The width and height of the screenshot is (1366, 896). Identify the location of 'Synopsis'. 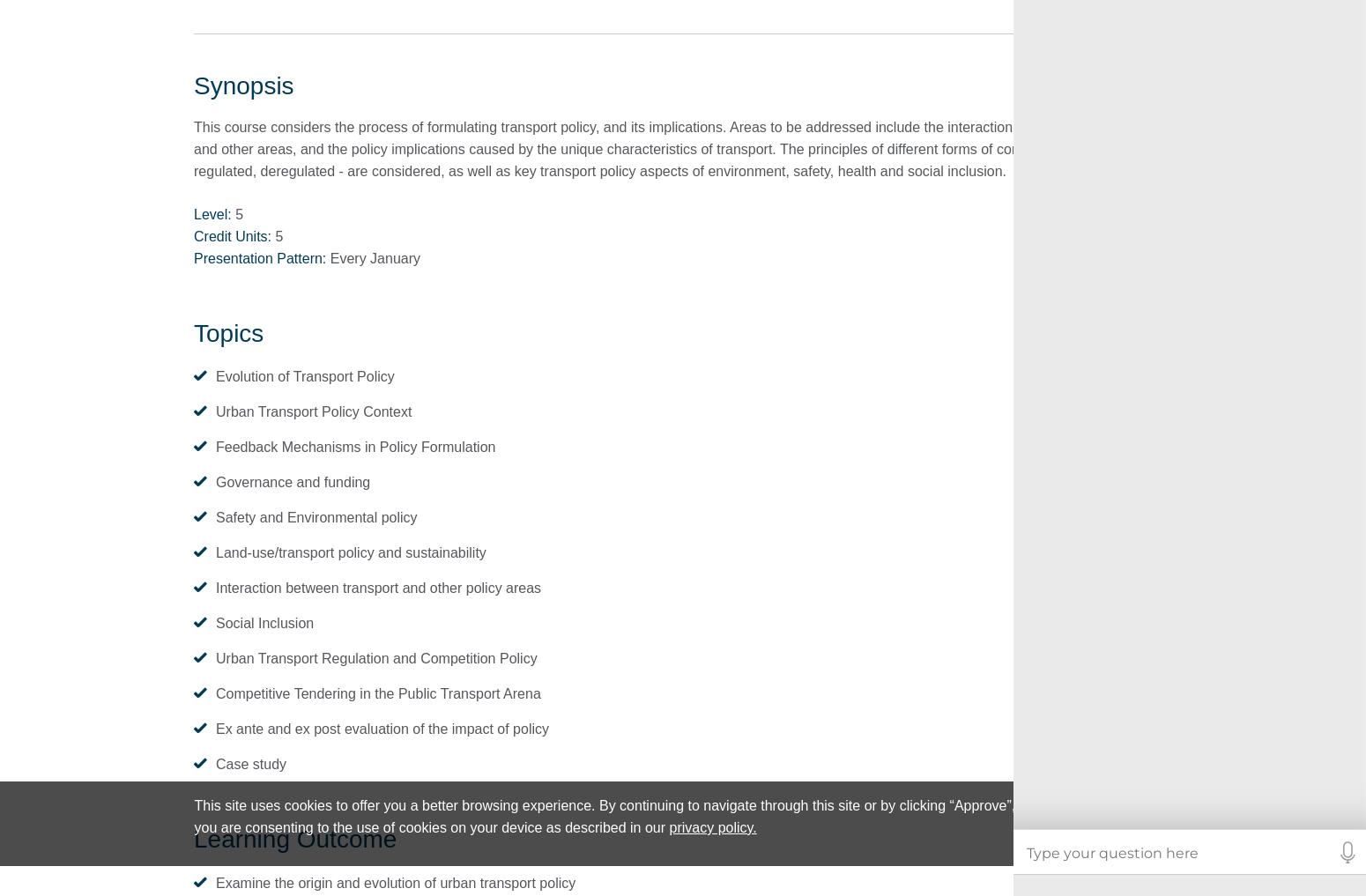
(243, 85).